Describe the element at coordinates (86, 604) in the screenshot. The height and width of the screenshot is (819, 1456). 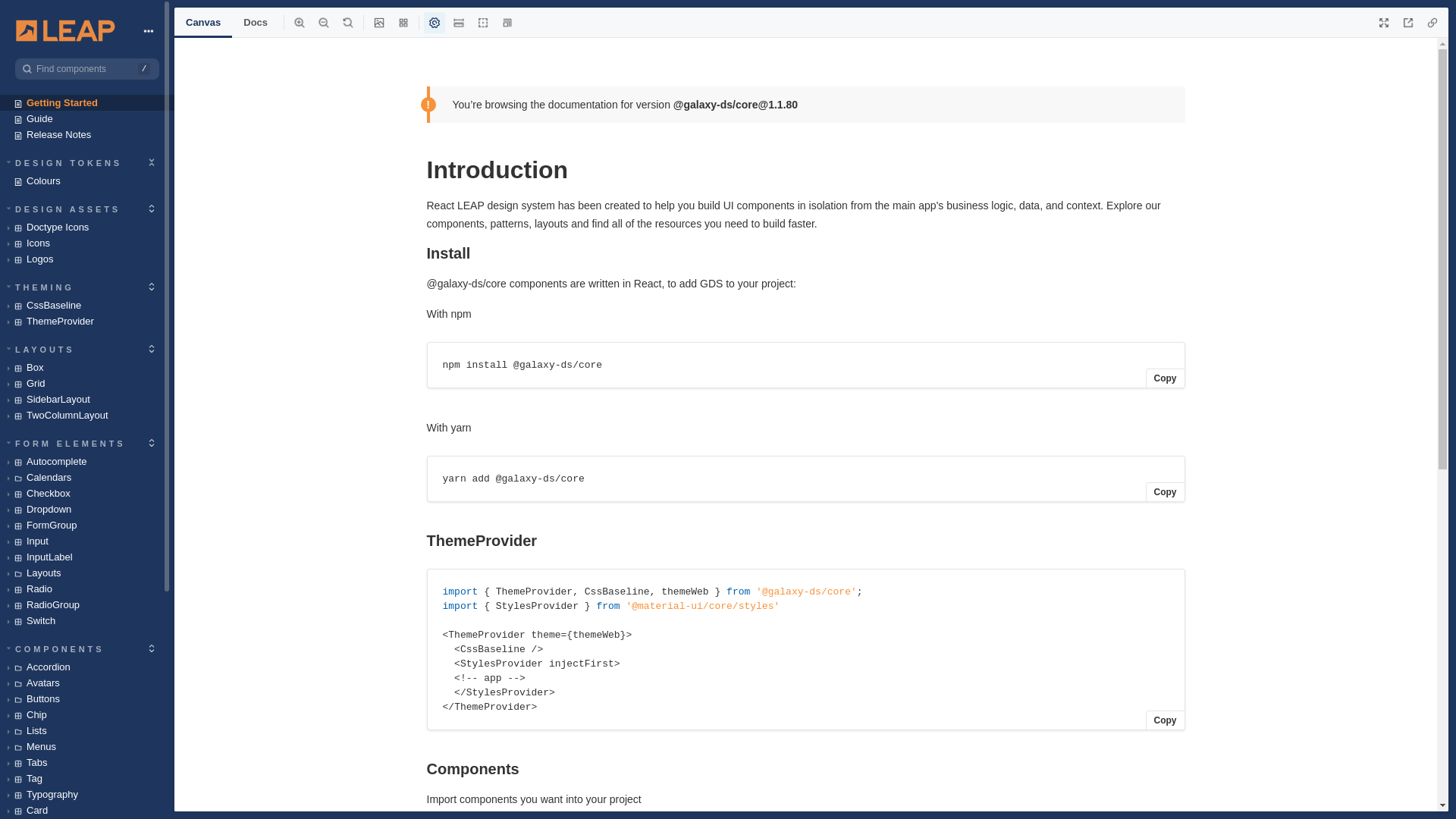
I see `'RadioGroup'` at that location.